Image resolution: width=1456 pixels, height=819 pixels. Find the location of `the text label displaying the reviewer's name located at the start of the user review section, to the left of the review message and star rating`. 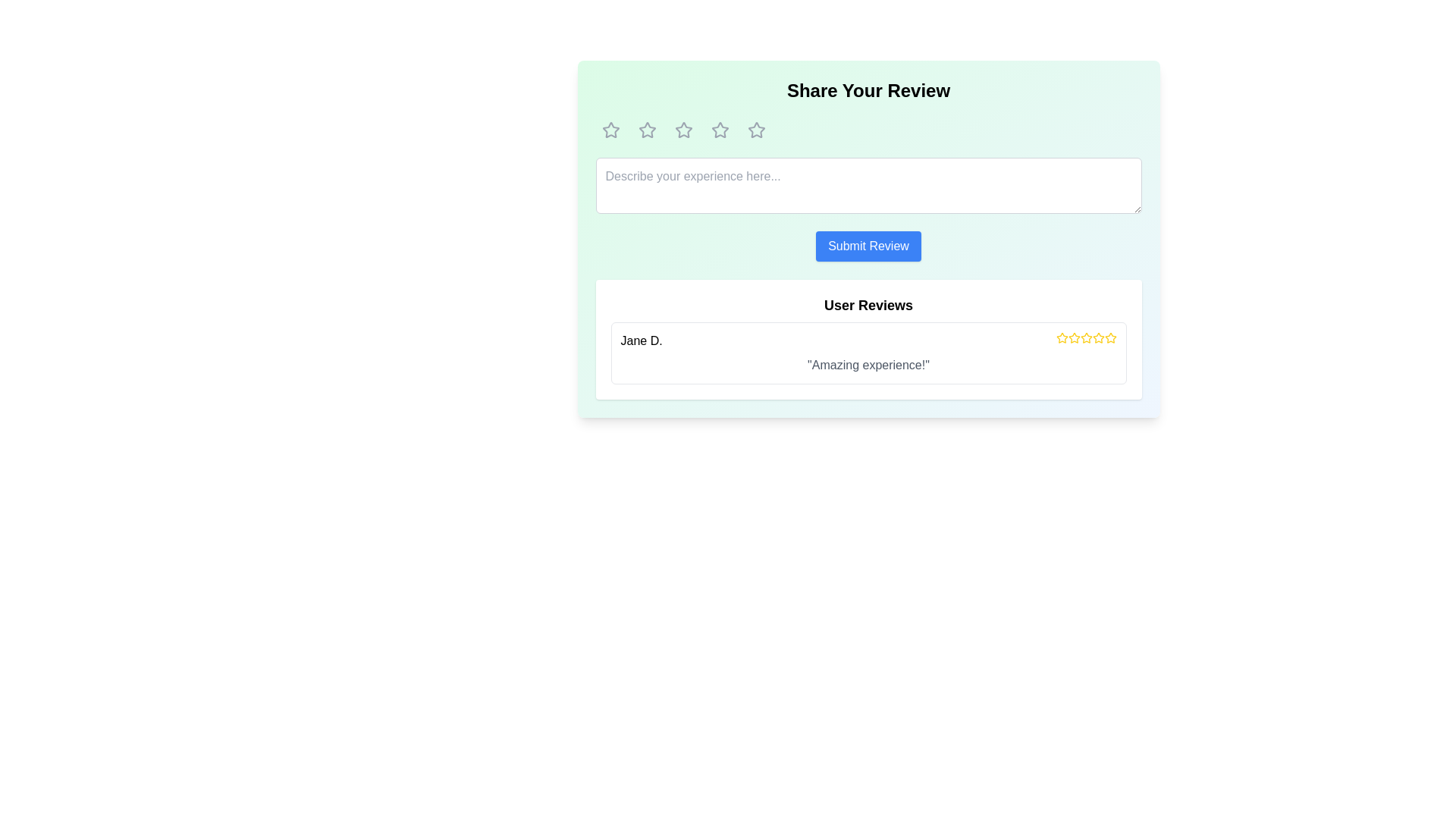

the text label displaying the reviewer's name located at the start of the user review section, to the left of the review message and star rating is located at coordinates (642, 341).